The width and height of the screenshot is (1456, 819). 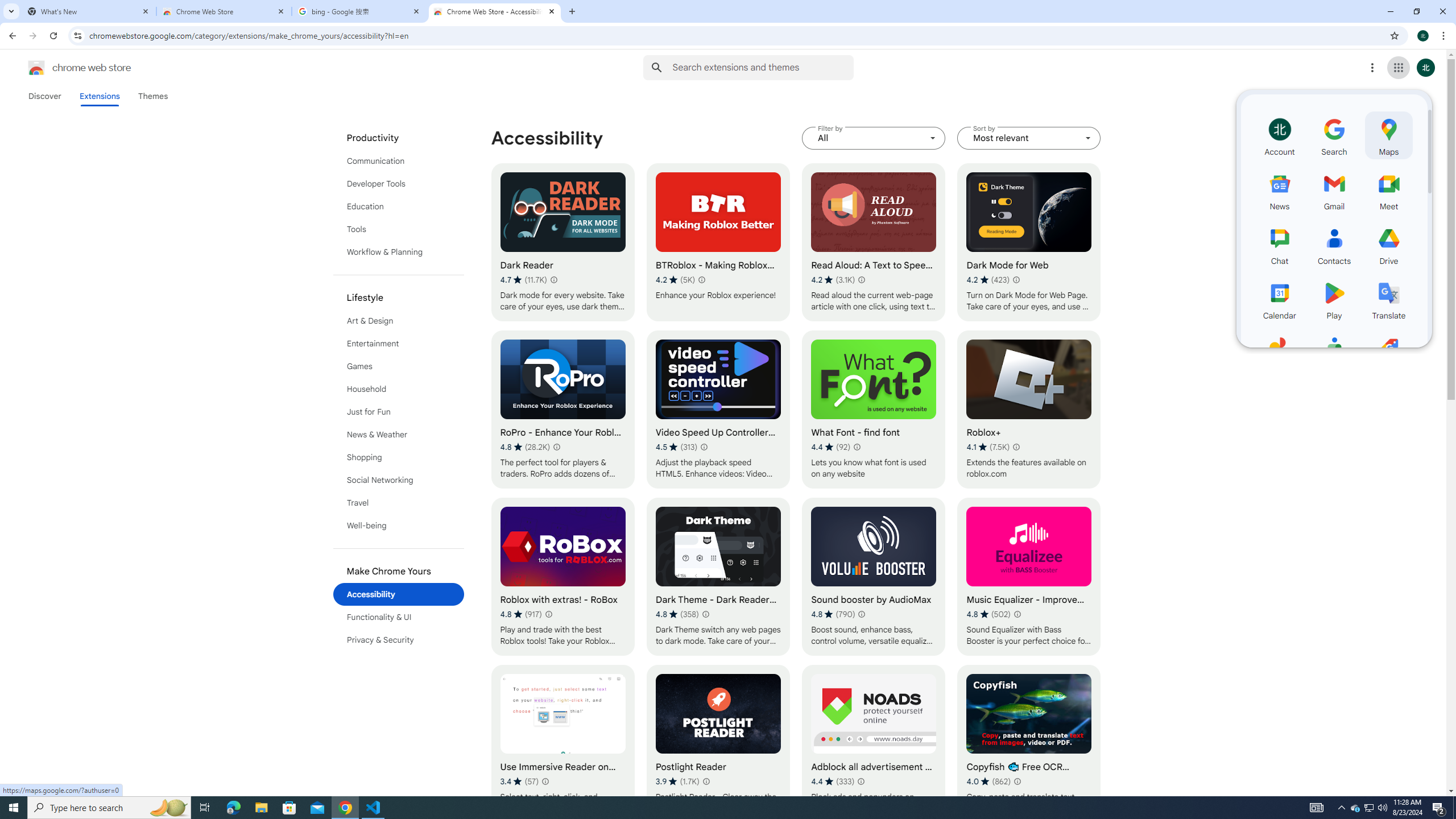 I want to click on 'Sound booster by AudioMax', so click(x=874, y=577).